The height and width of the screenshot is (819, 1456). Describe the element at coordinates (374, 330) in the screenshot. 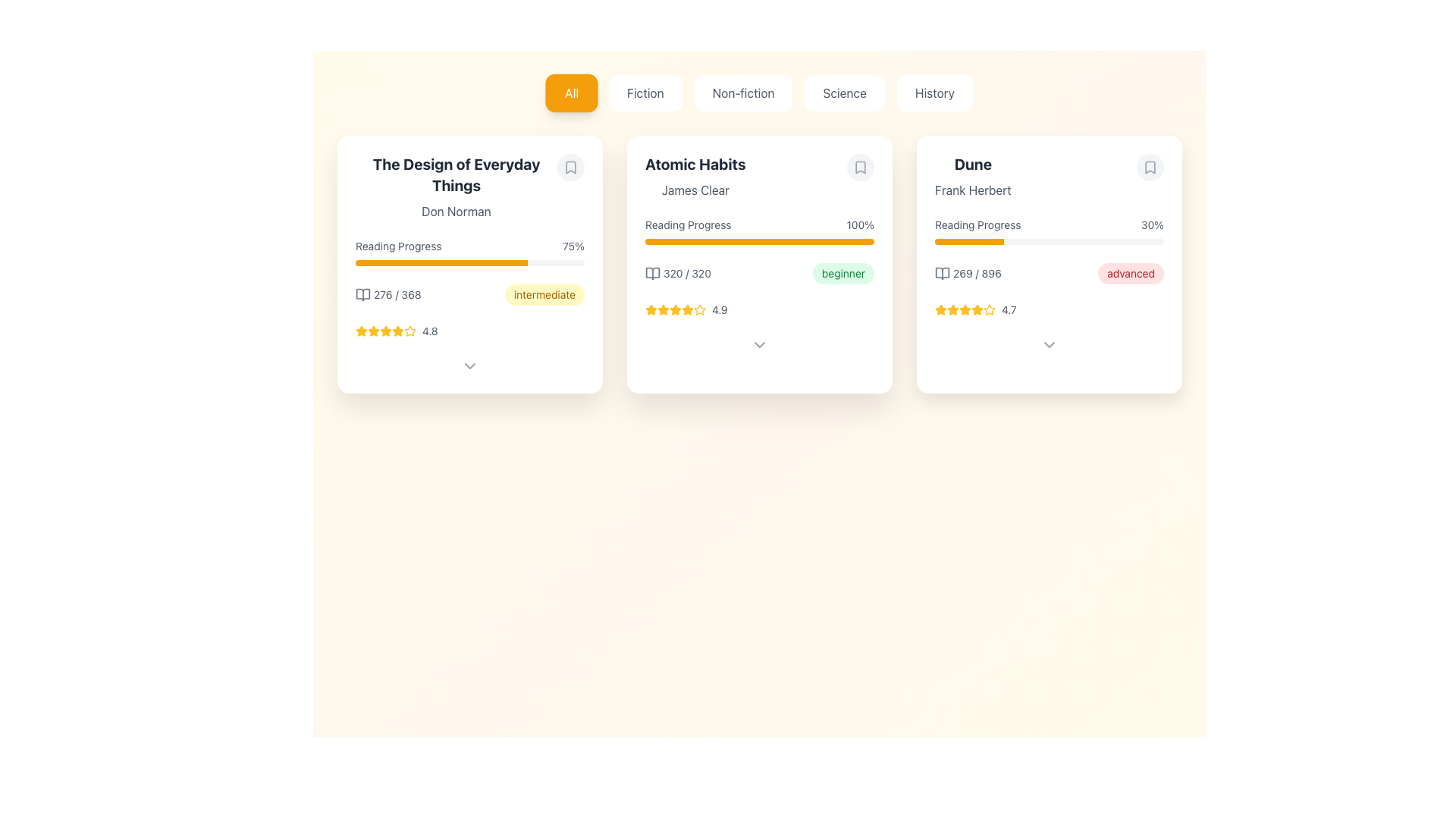

I see `the second star icon in the rating system for 'The Design of Everyday Things' located under the book's title, next to the rating value of 4.8` at that location.